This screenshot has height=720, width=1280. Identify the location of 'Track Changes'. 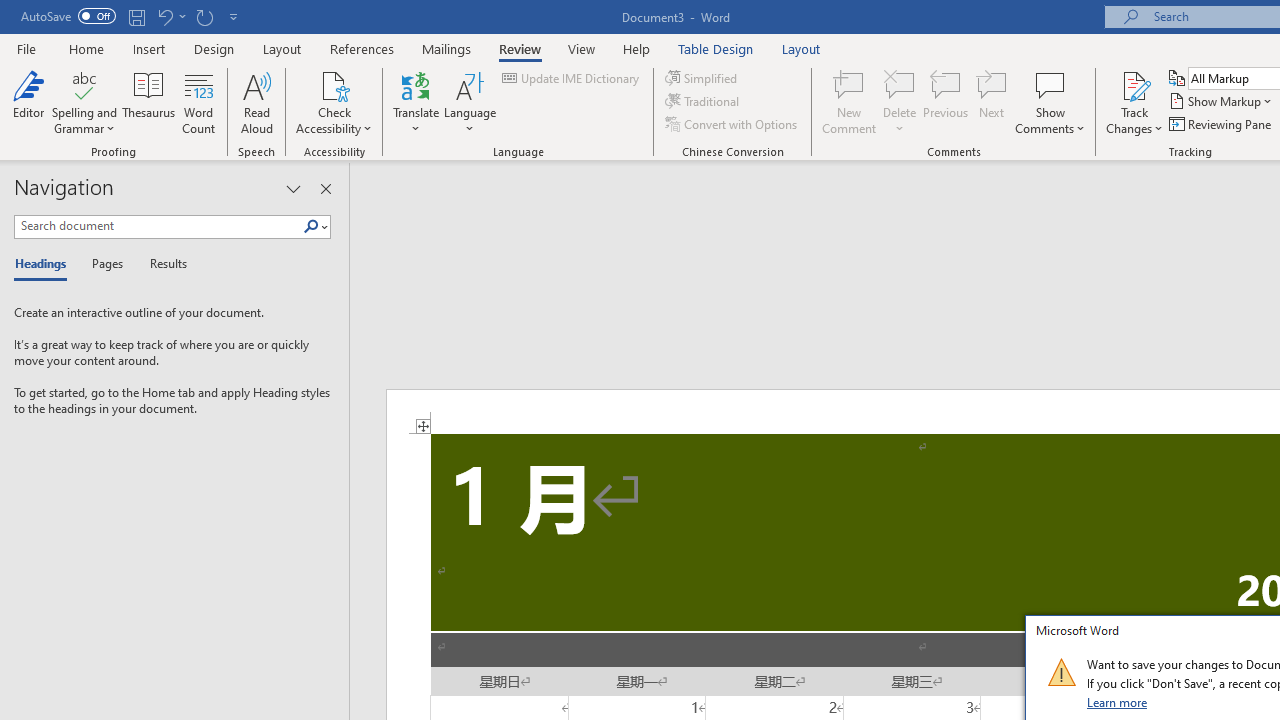
(1134, 103).